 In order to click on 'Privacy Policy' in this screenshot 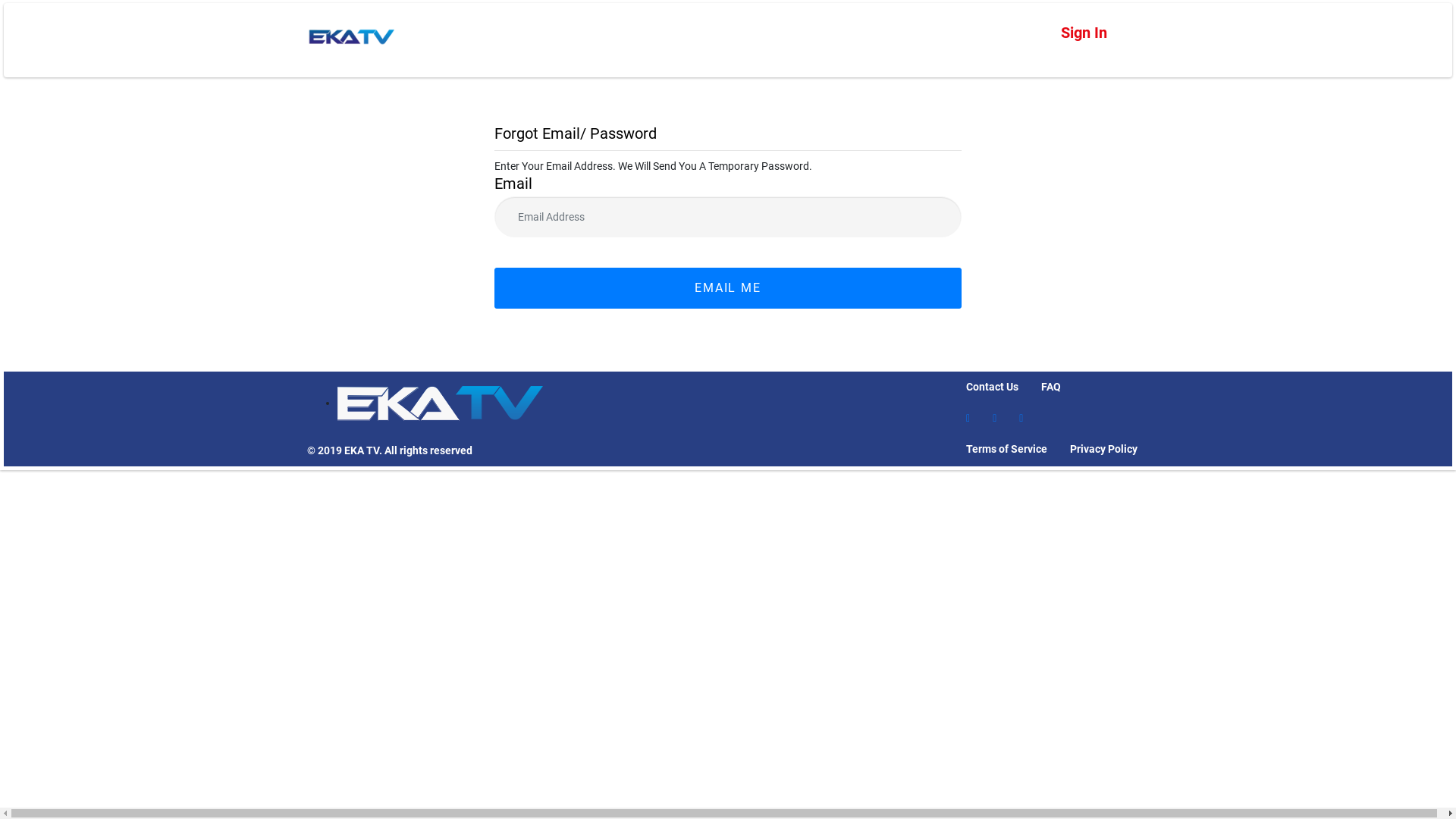, I will do `click(1103, 448)`.